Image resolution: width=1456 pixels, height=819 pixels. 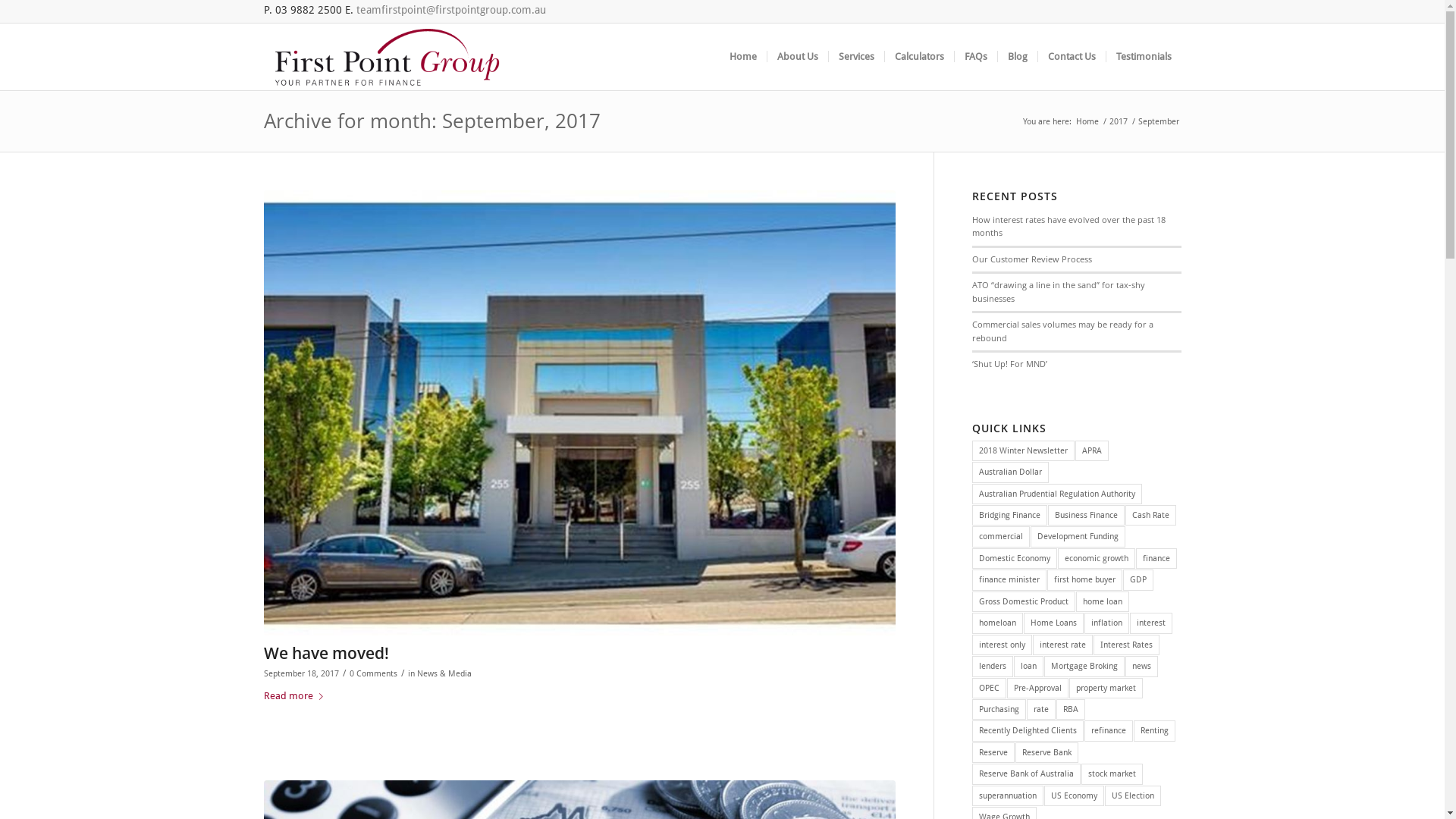 What do you see at coordinates (1031, 258) in the screenshot?
I see `'Our Customer Review Process'` at bounding box center [1031, 258].